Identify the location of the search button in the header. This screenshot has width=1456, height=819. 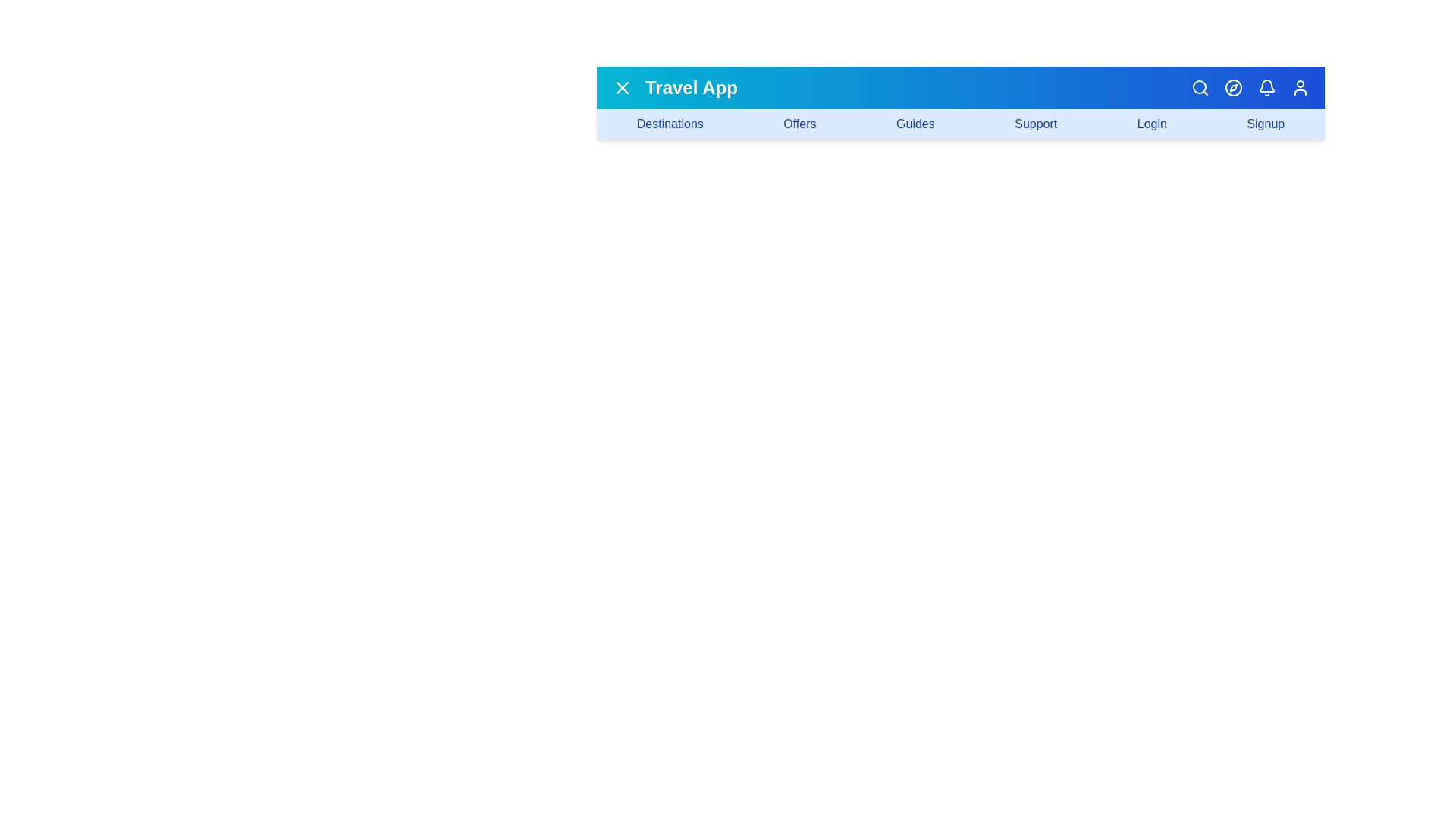
(1200, 87).